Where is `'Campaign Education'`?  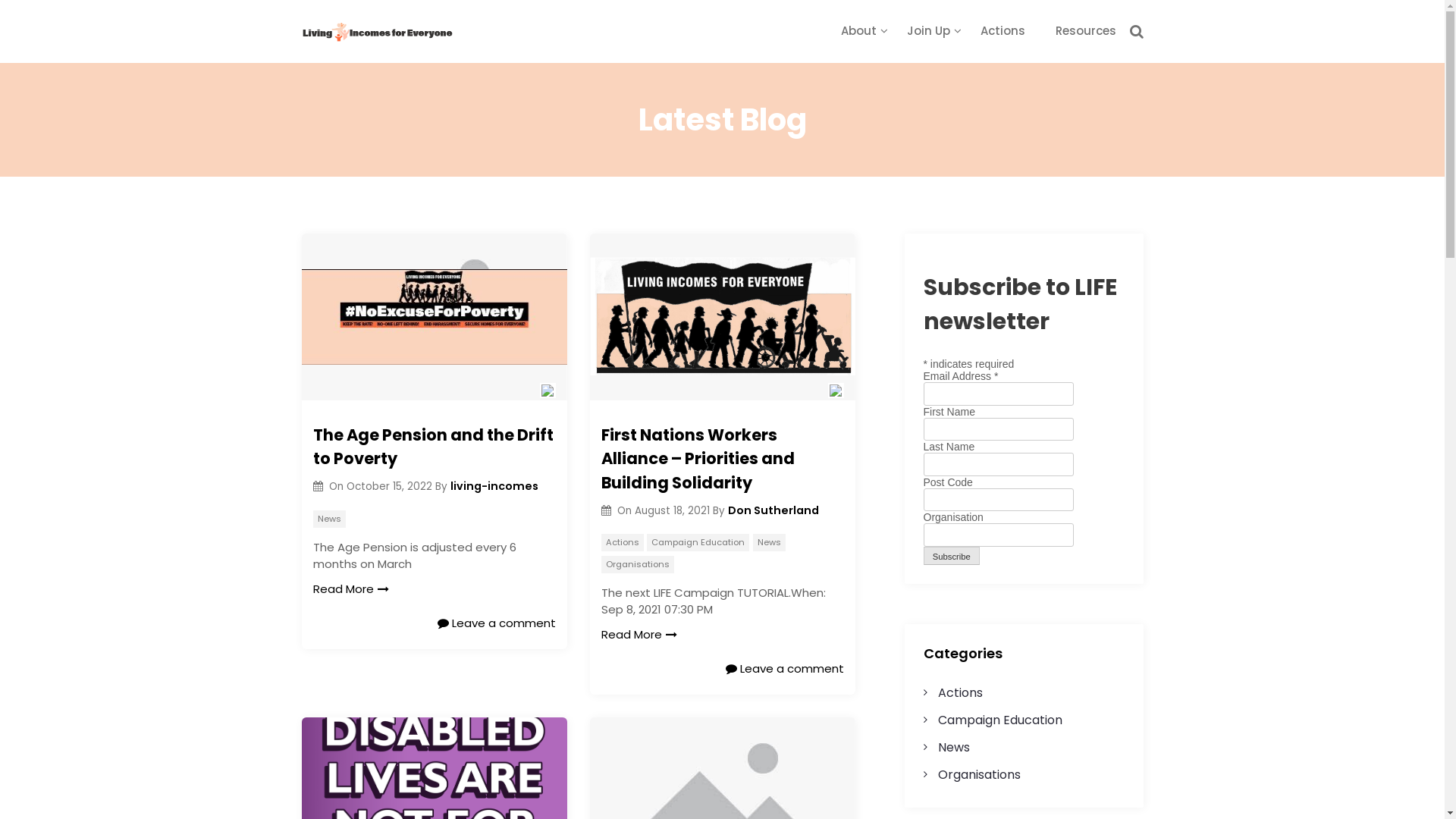
'Campaign Education' is located at coordinates (697, 541).